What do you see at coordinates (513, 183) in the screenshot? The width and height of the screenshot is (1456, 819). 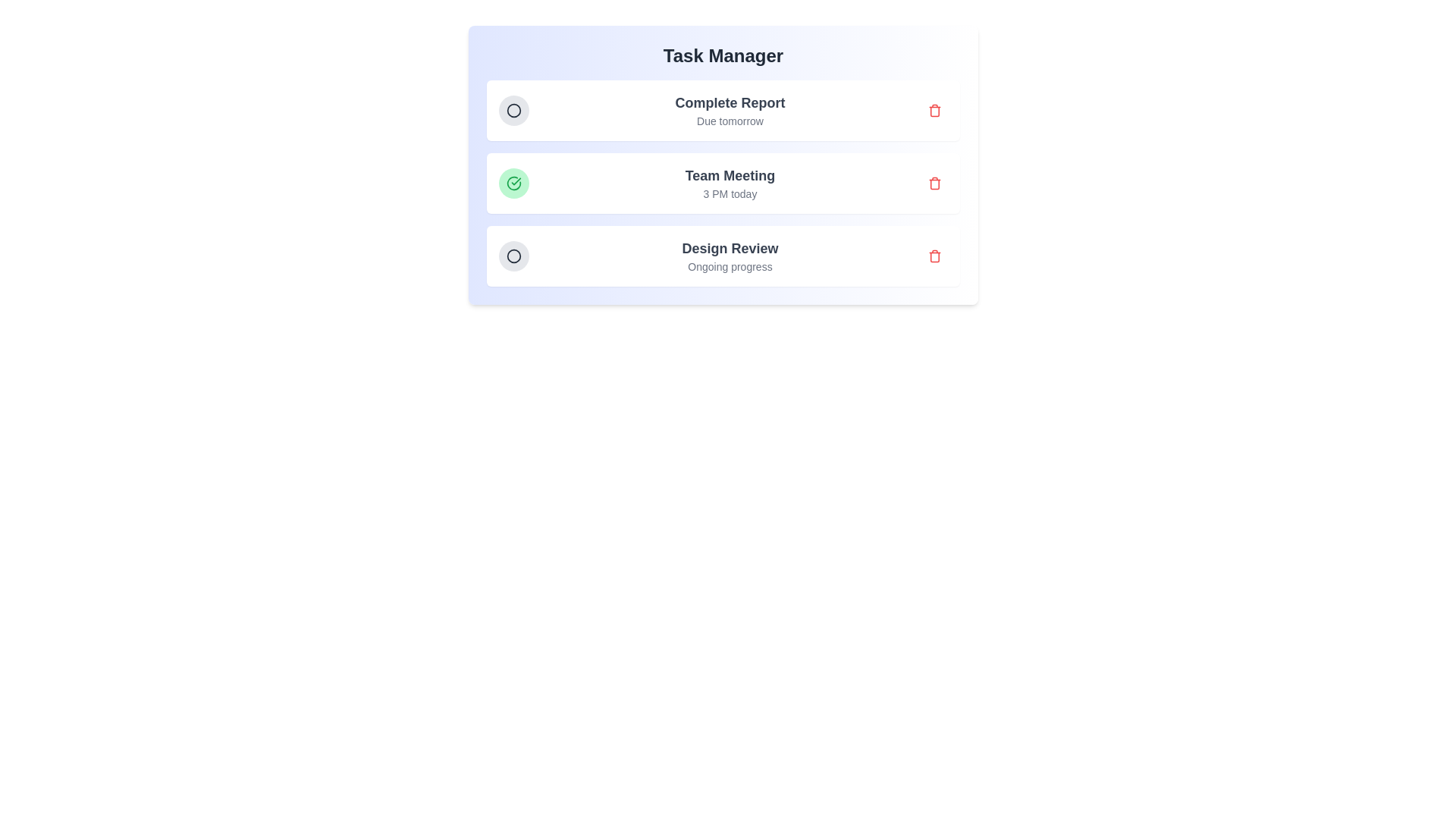 I see `the circular icon with a checkmark symbol inside it, which has a green outline and white background, located to the left of the 'Team Meeting' task title in the second row of the task list to mark the task as completed` at bounding box center [513, 183].